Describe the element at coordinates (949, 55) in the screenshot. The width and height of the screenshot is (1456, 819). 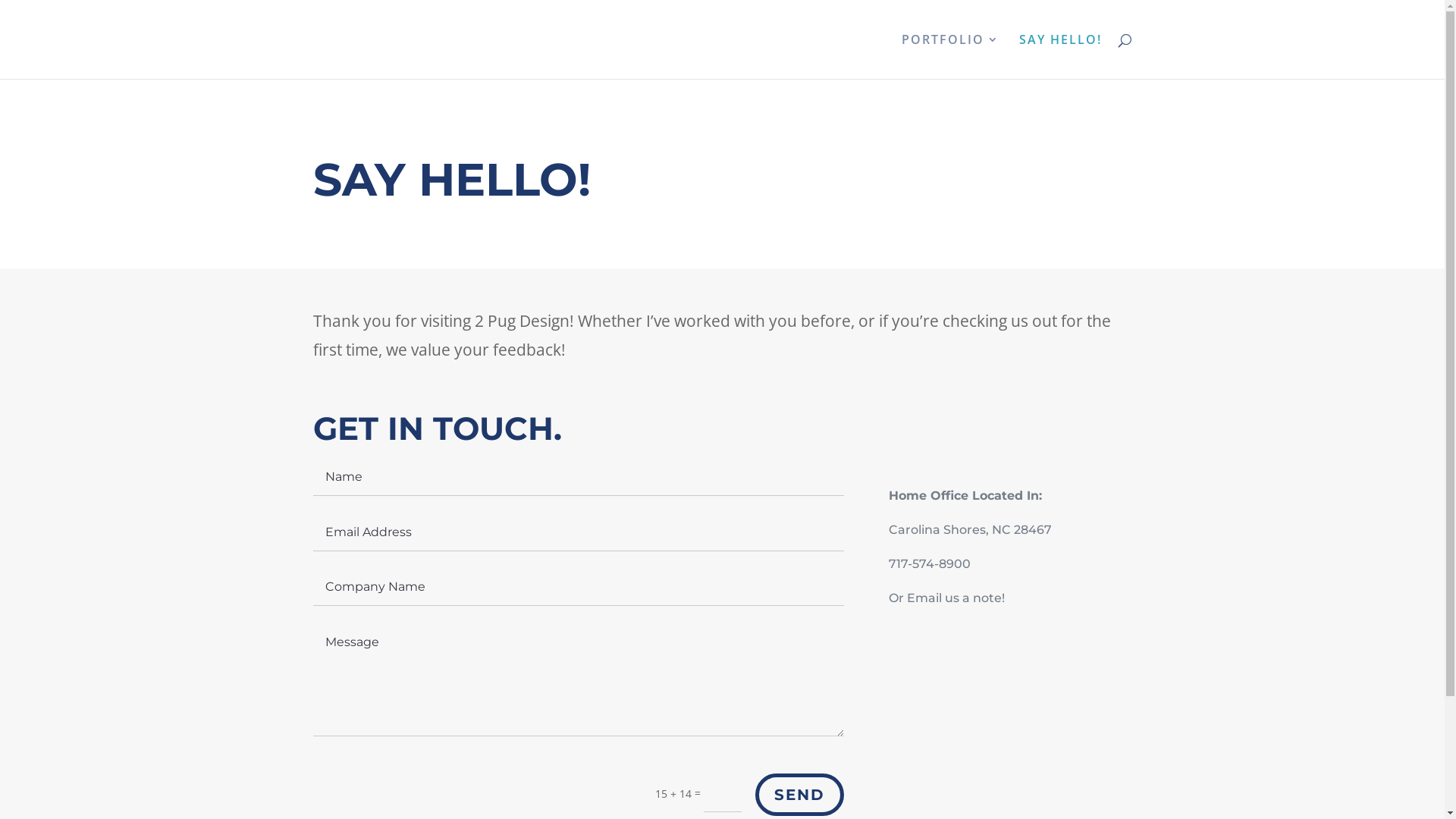
I see `'PORTFOLIO'` at that location.